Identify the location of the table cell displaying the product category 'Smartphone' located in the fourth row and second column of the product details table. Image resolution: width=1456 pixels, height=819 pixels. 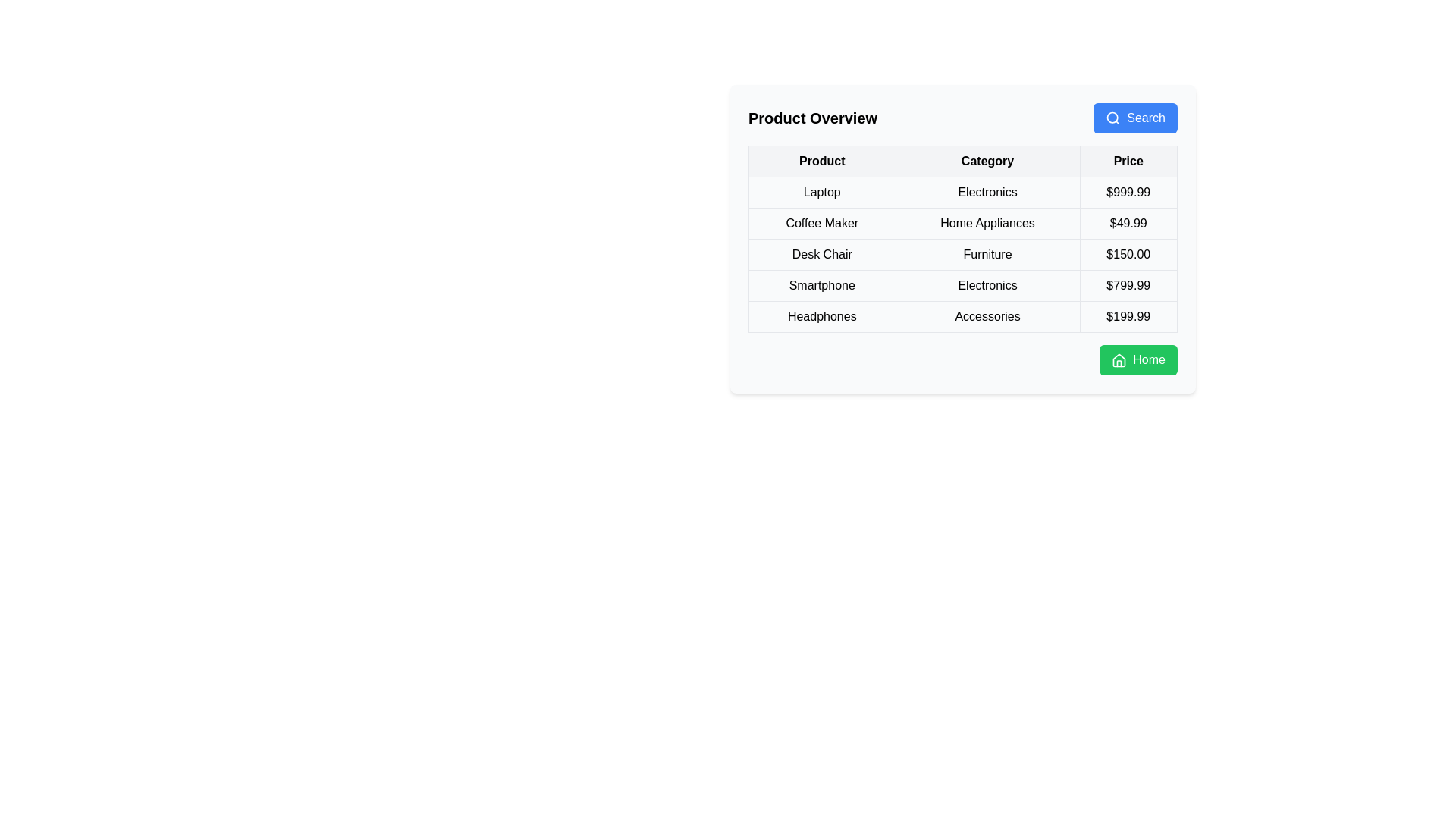
(962, 286).